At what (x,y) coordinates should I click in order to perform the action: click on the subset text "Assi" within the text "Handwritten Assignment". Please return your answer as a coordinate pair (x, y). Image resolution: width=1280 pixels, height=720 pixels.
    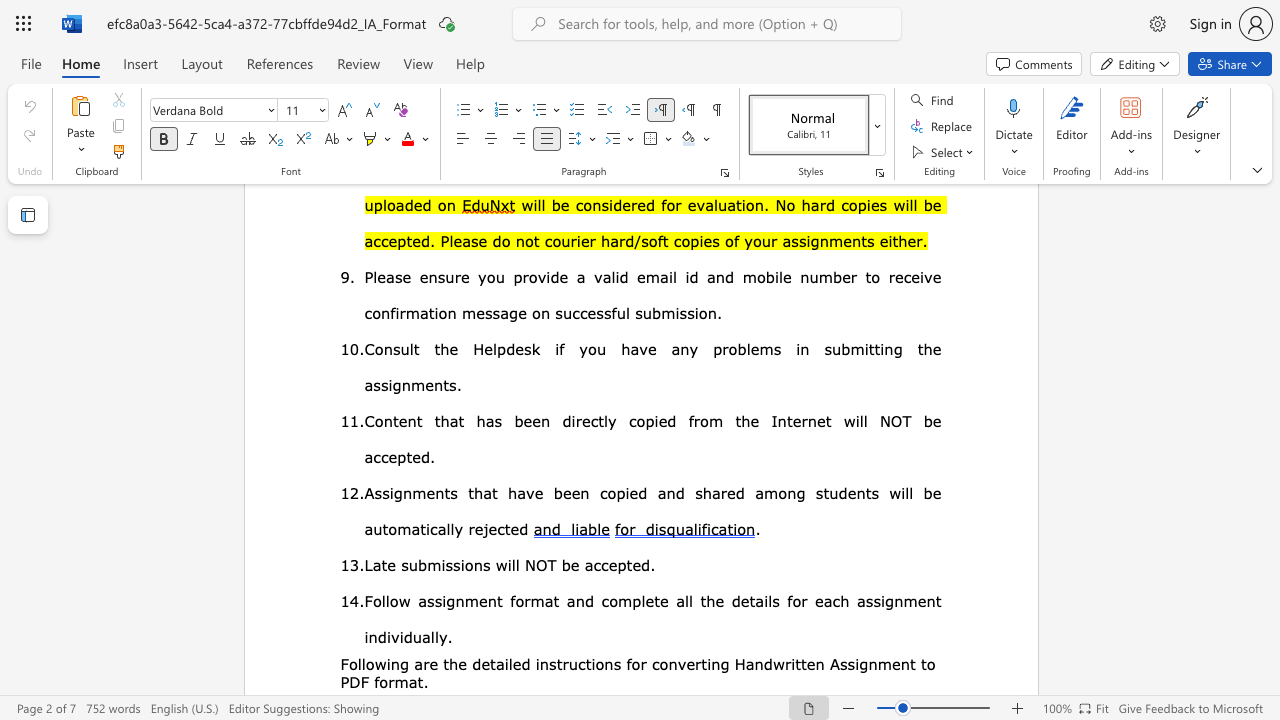
    Looking at the image, I should click on (829, 663).